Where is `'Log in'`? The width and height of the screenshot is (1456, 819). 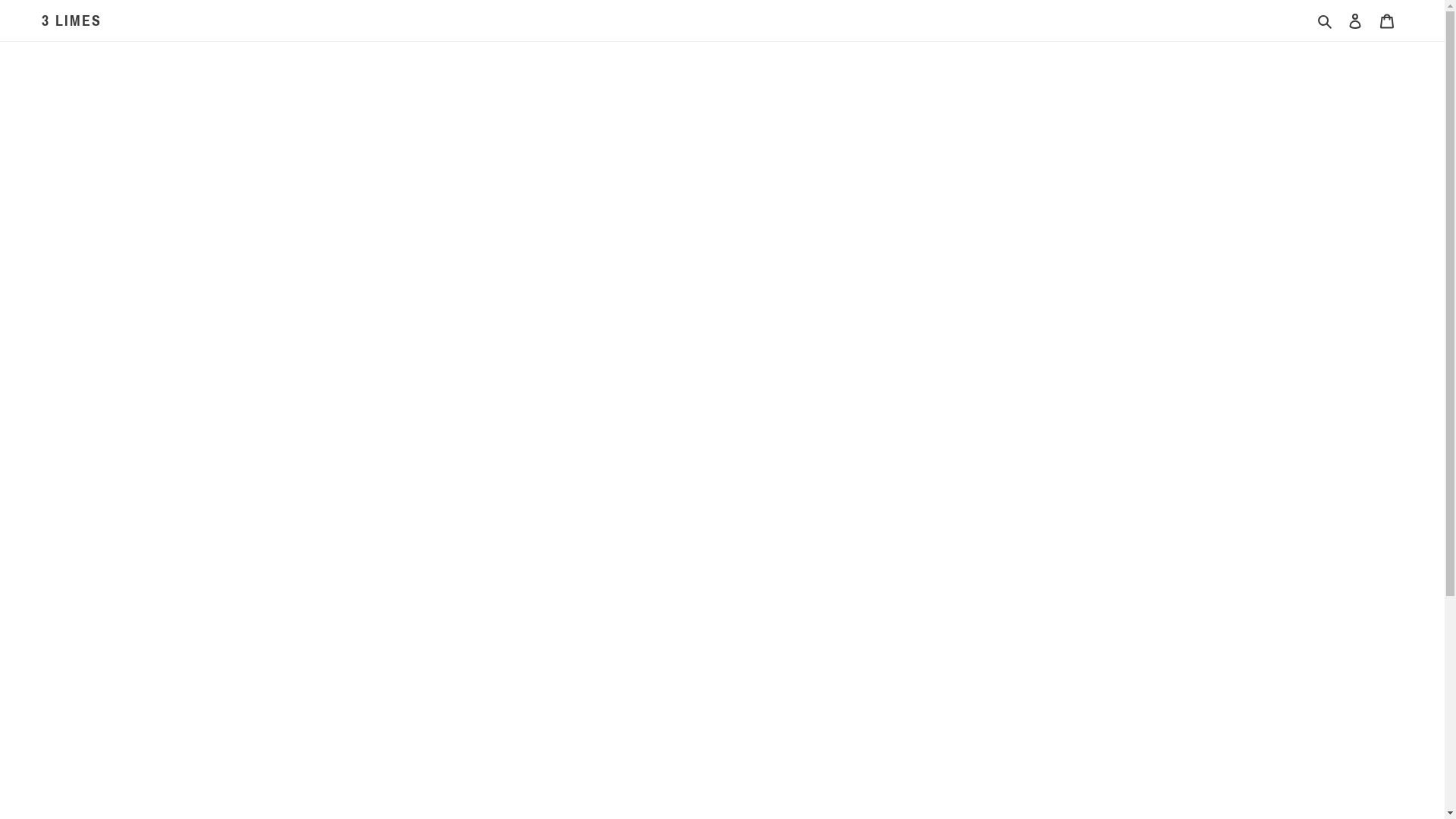 'Log in' is located at coordinates (1354, 20).